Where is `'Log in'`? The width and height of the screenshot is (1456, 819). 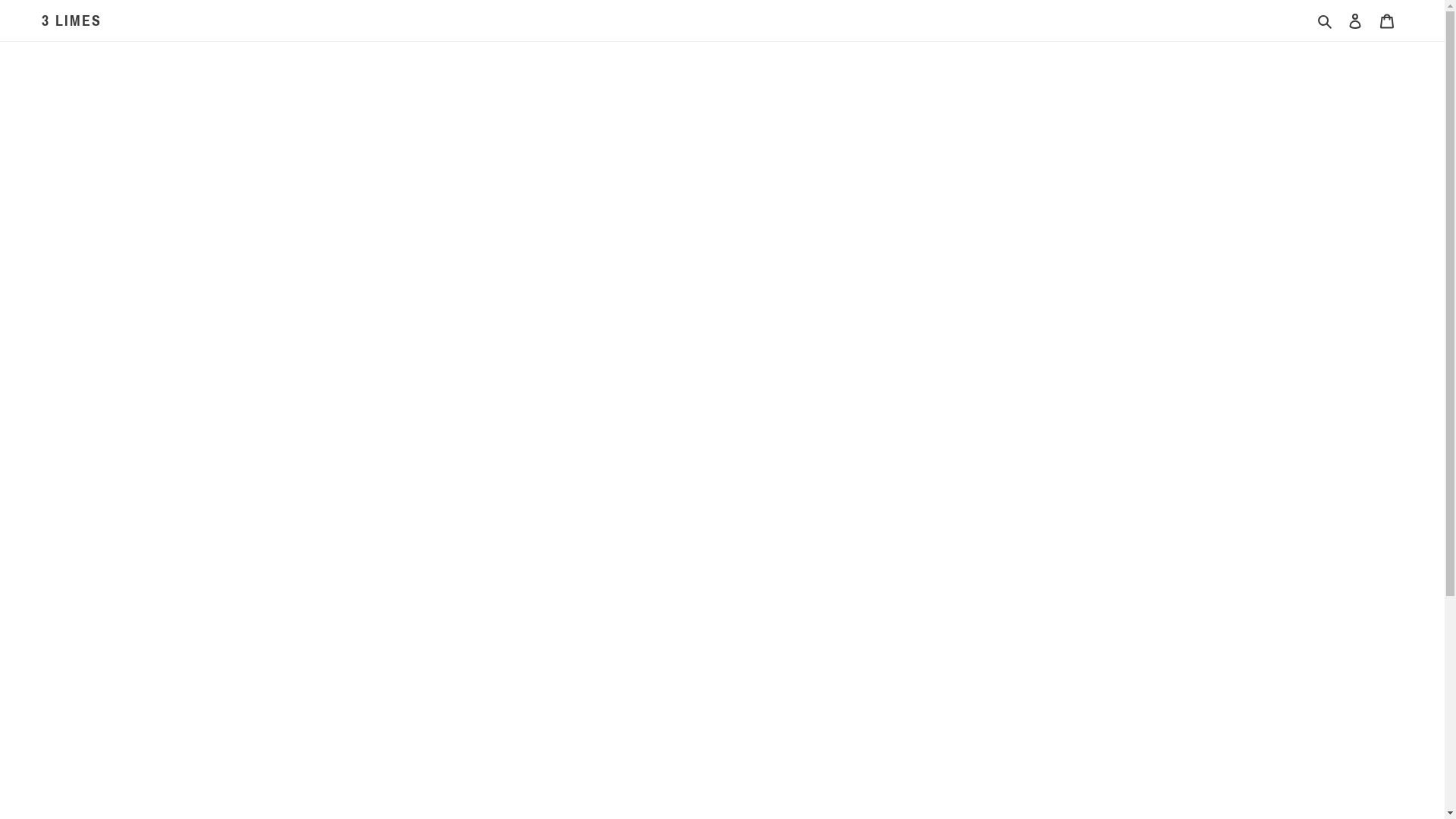 'Log in' is located at coordinates (1354, 20).